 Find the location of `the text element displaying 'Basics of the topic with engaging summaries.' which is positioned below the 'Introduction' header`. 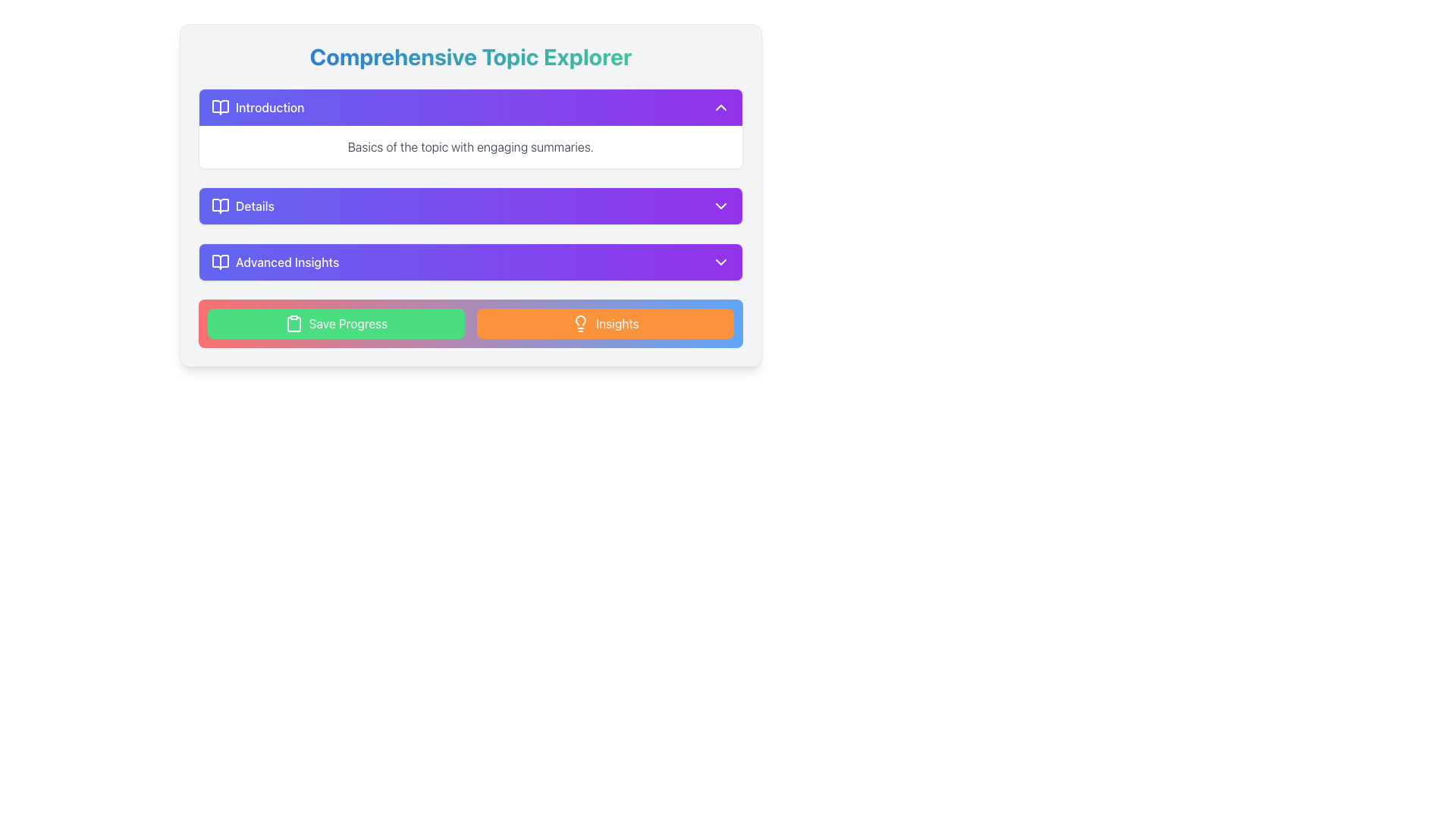

the text element displaying 'Basics of the topic with engaging summaries.' which is positioned below the 'Introduction' header is located at coordinates (469, 146).